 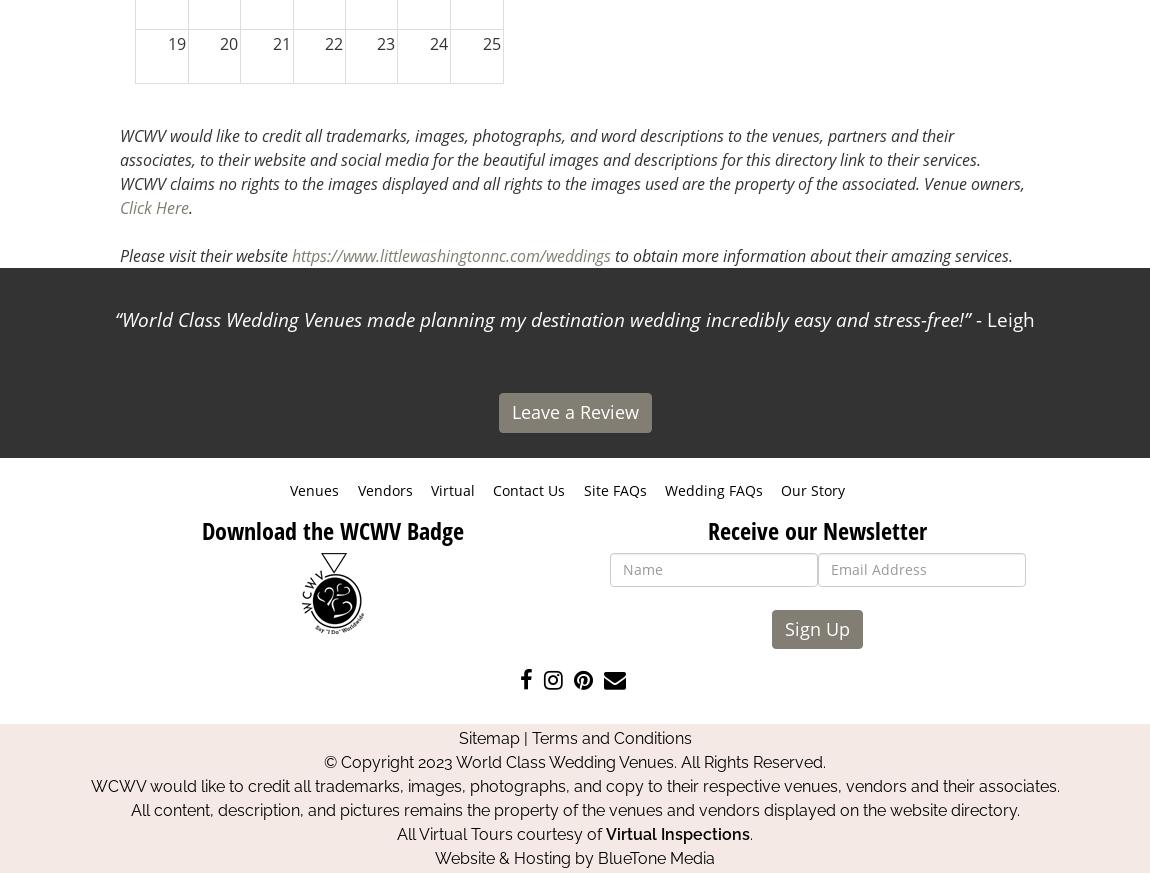 What do you see at coordinates (270, 107) in the screenshot?
I see `'28'` at bounding box center [270, 107].